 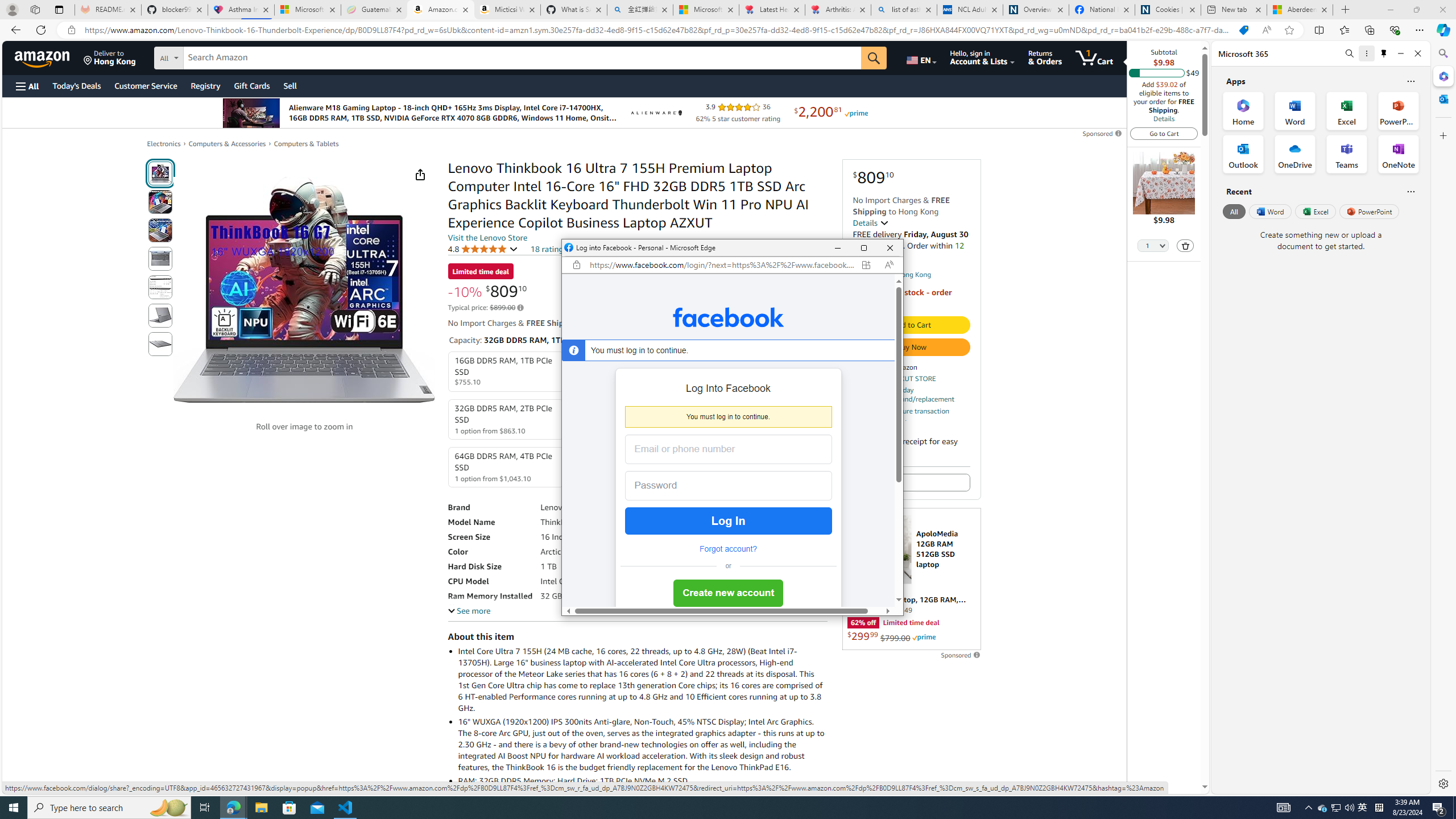 What do you see at coordinates (241, 9) in the screenshot?
I see `'Asthma Inhalers: Names and Types'` at bounding box center [241, 9].